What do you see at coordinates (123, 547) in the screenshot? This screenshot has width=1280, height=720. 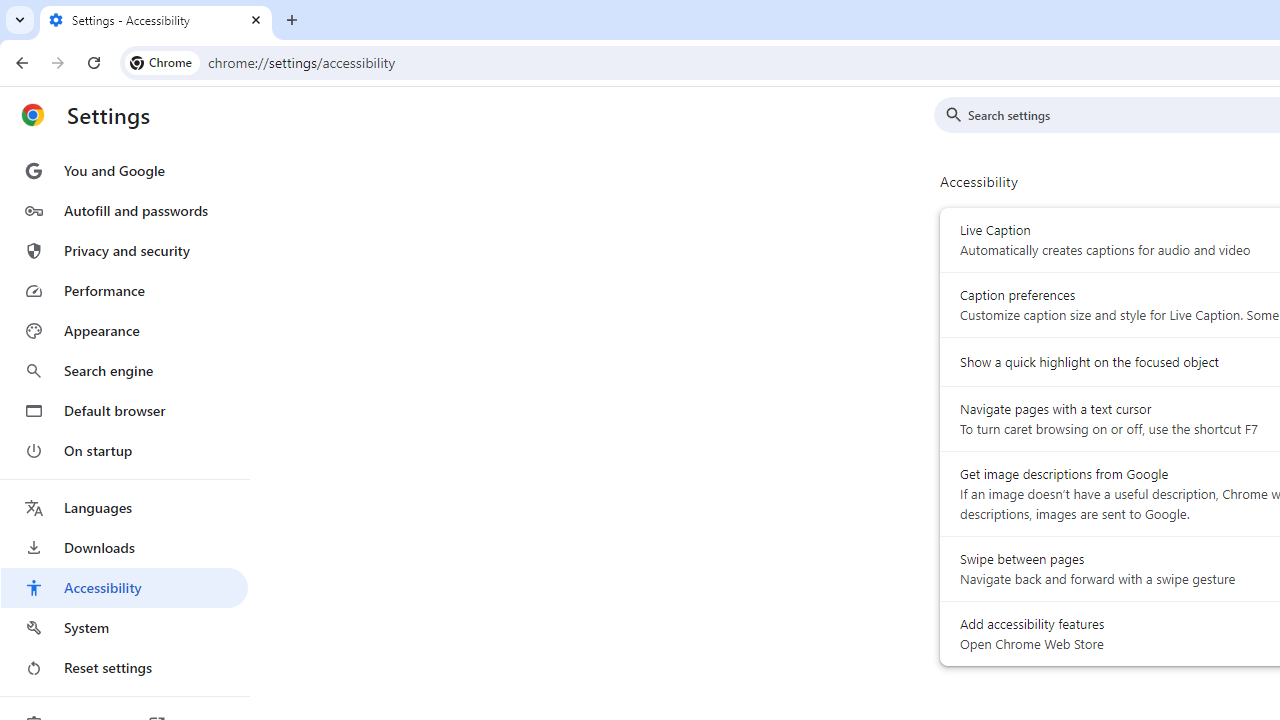 I see `'Downloads'` at bounding box center [123, 547].